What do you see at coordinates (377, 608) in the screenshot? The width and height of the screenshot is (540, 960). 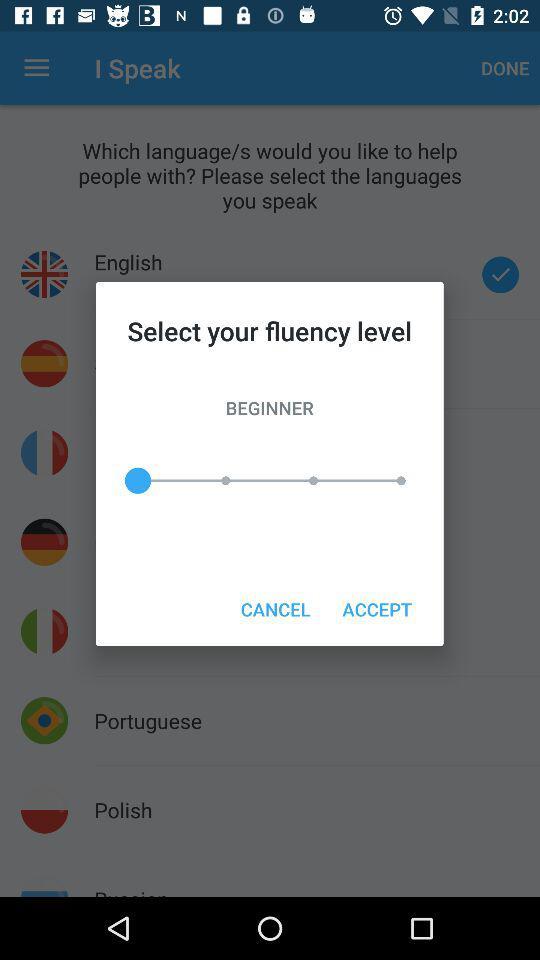 I see `accept` at bounding box center [377, 608].